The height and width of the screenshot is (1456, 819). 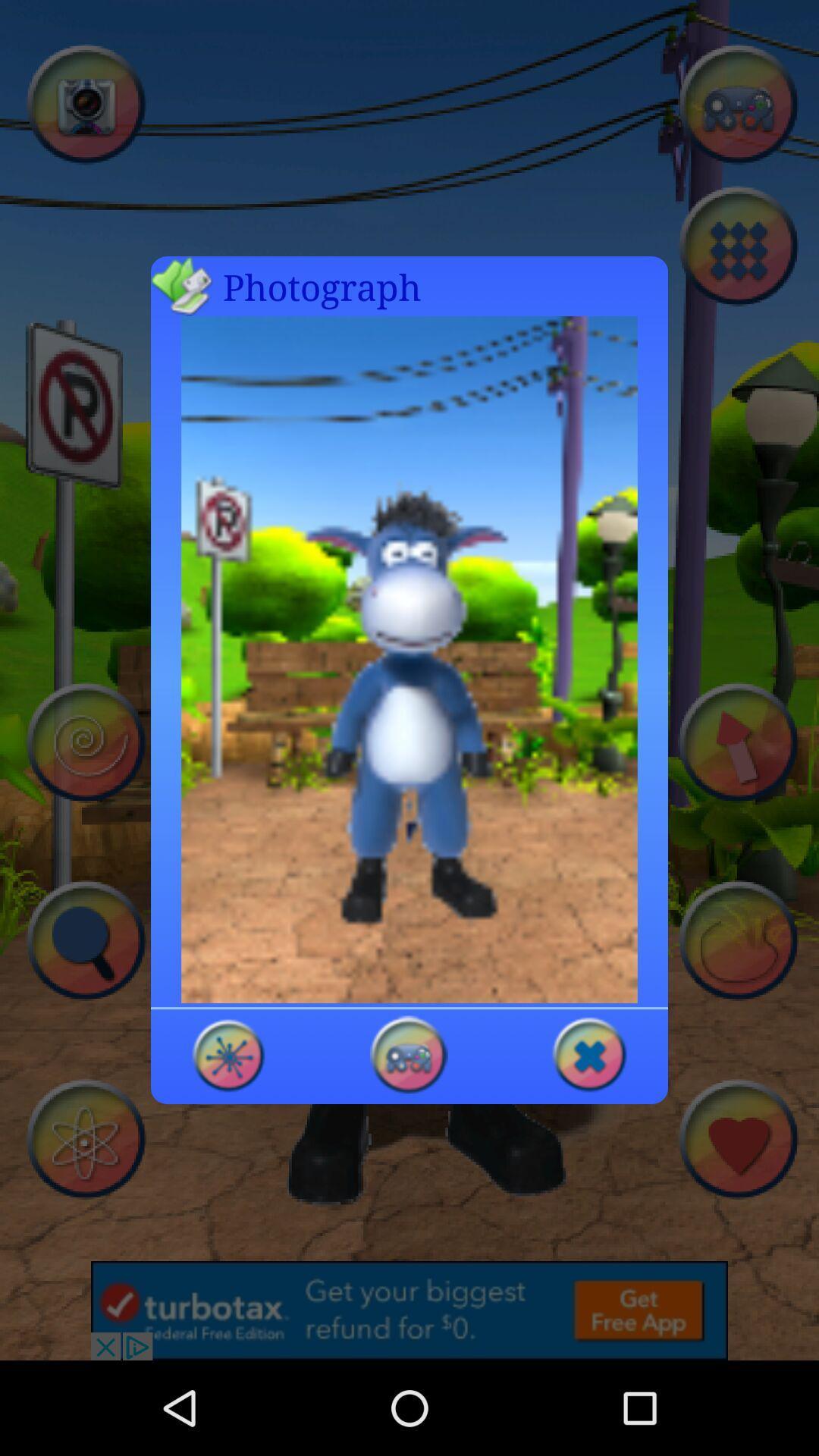 What do you see at coordinates (588, 1053) in the screenshot?
I see `icon at the bottom right corner` at bounding box center [588, 1053].